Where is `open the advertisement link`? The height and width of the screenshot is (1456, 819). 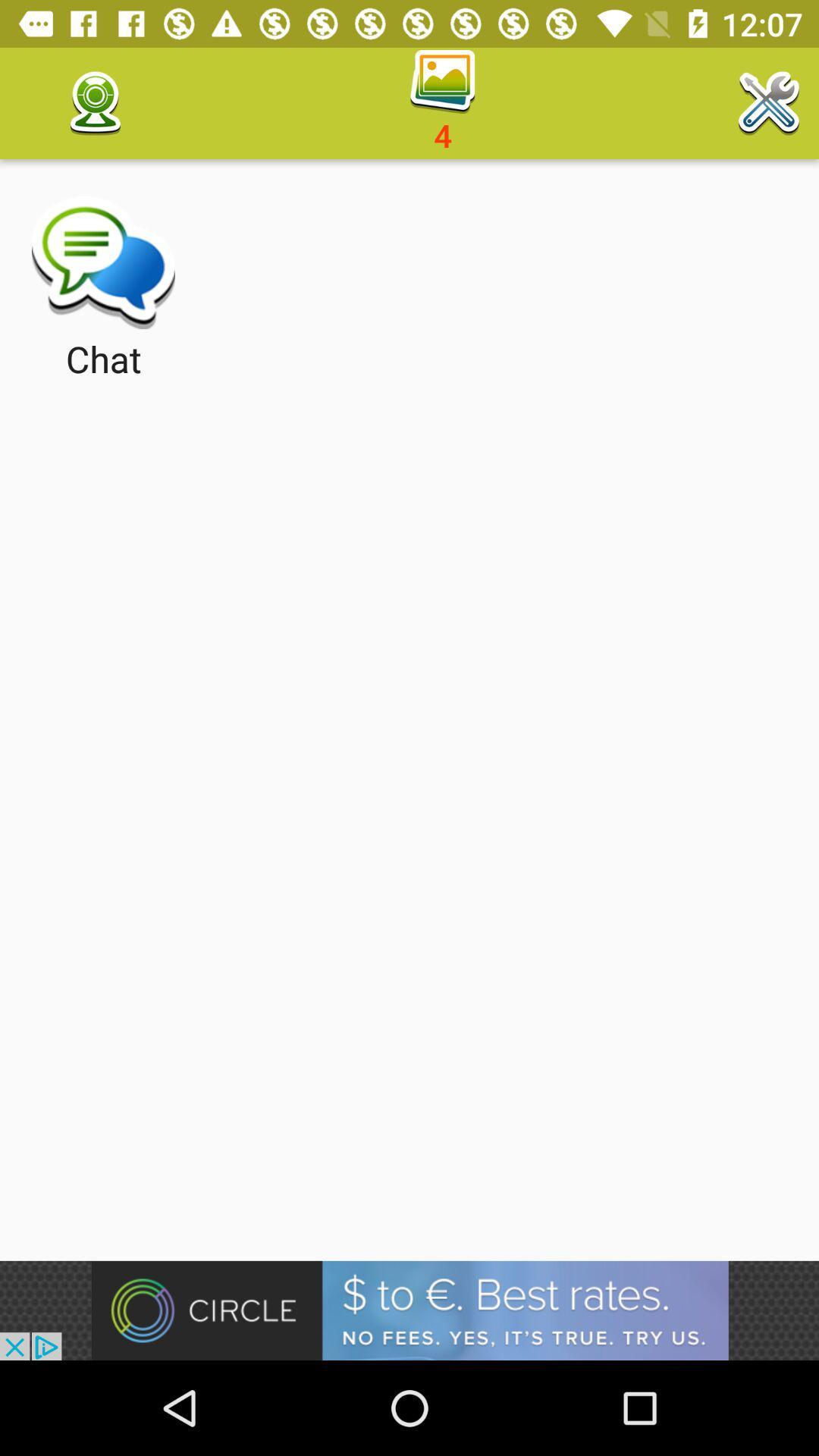
open the advertisement link is located at coordinates (409, 1310).